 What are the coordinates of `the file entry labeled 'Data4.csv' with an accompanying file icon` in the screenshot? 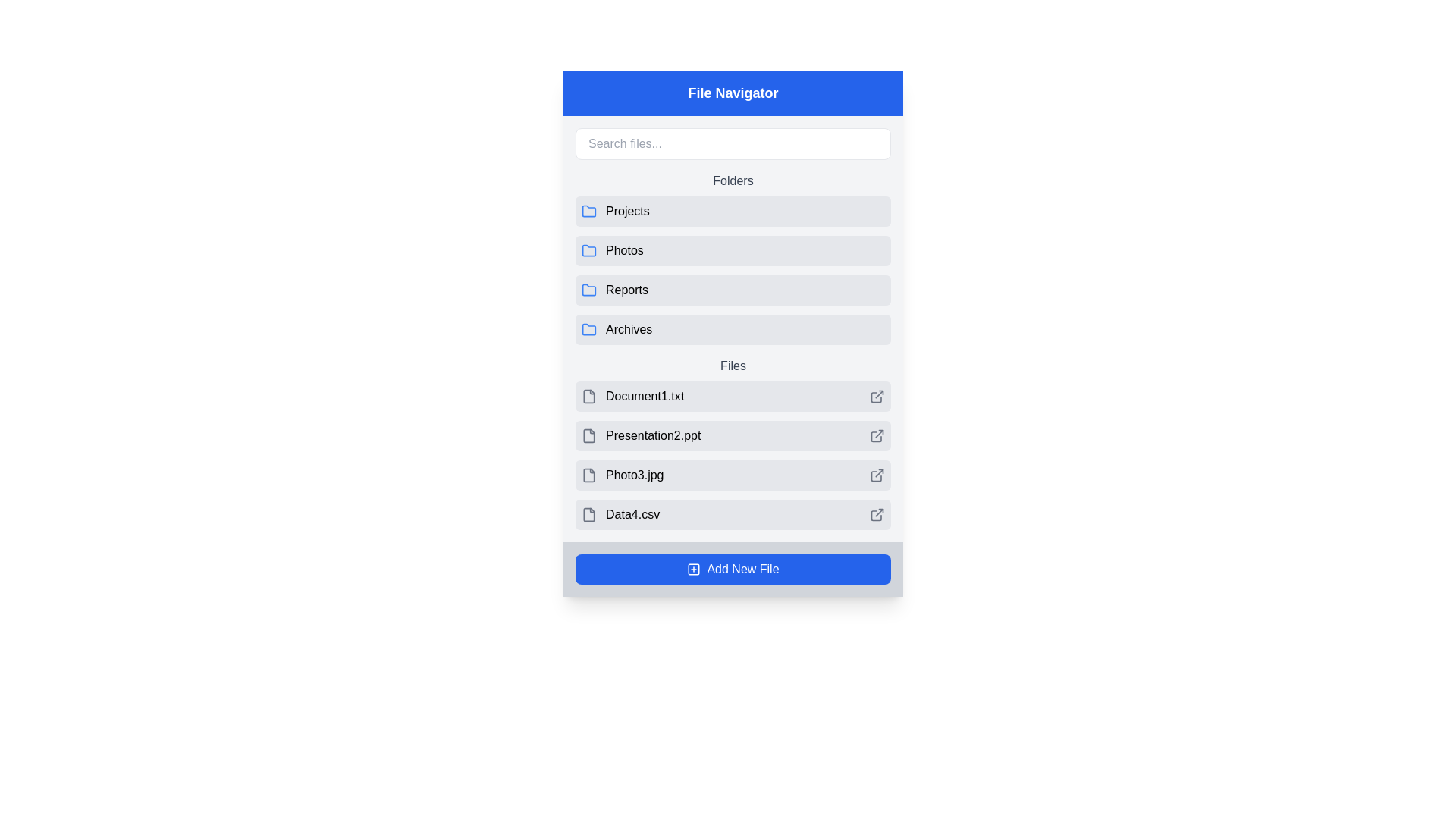 It's located at (620, 513).